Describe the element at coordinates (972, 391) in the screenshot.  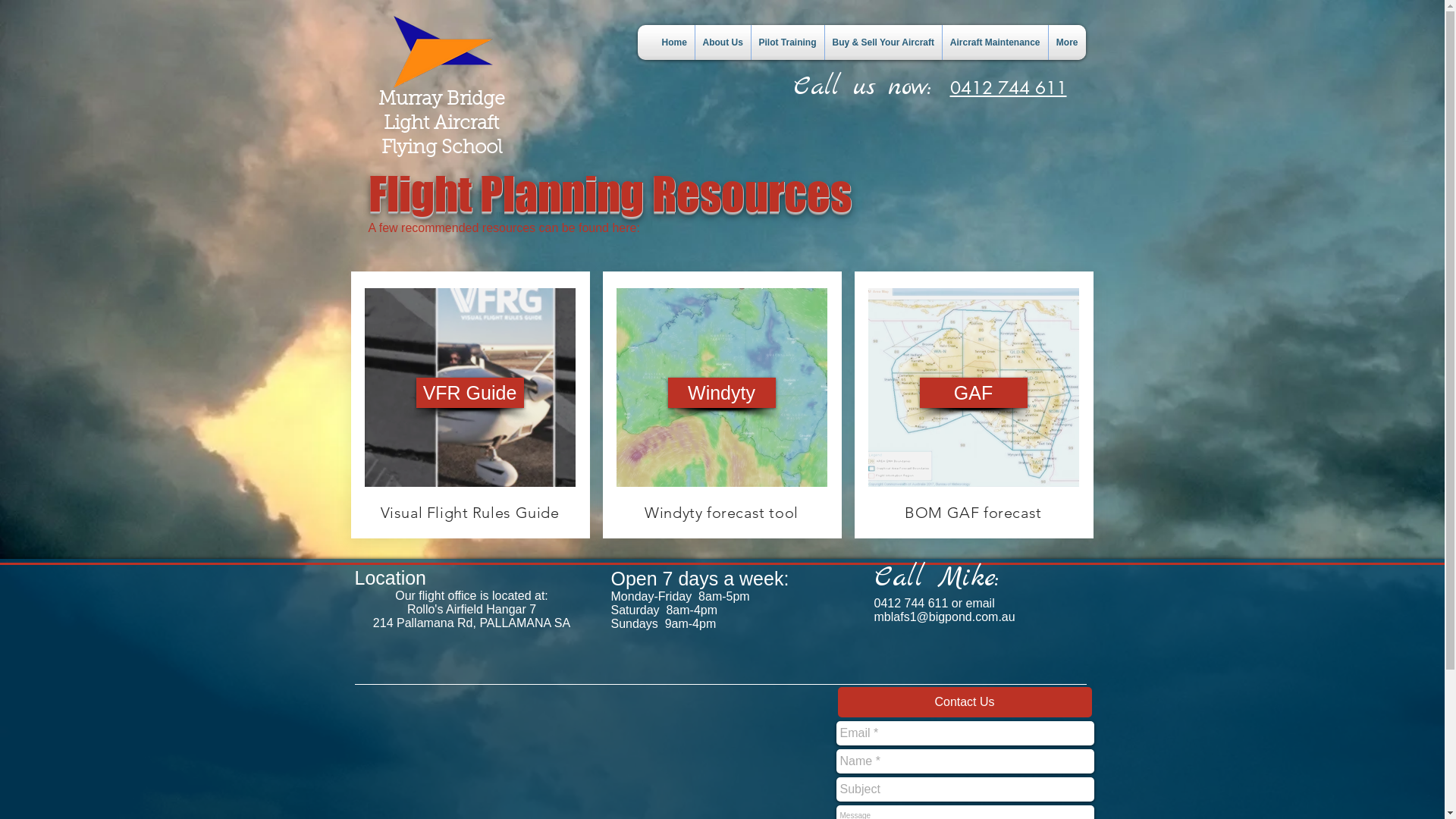
I see `'GAF'` at that location.